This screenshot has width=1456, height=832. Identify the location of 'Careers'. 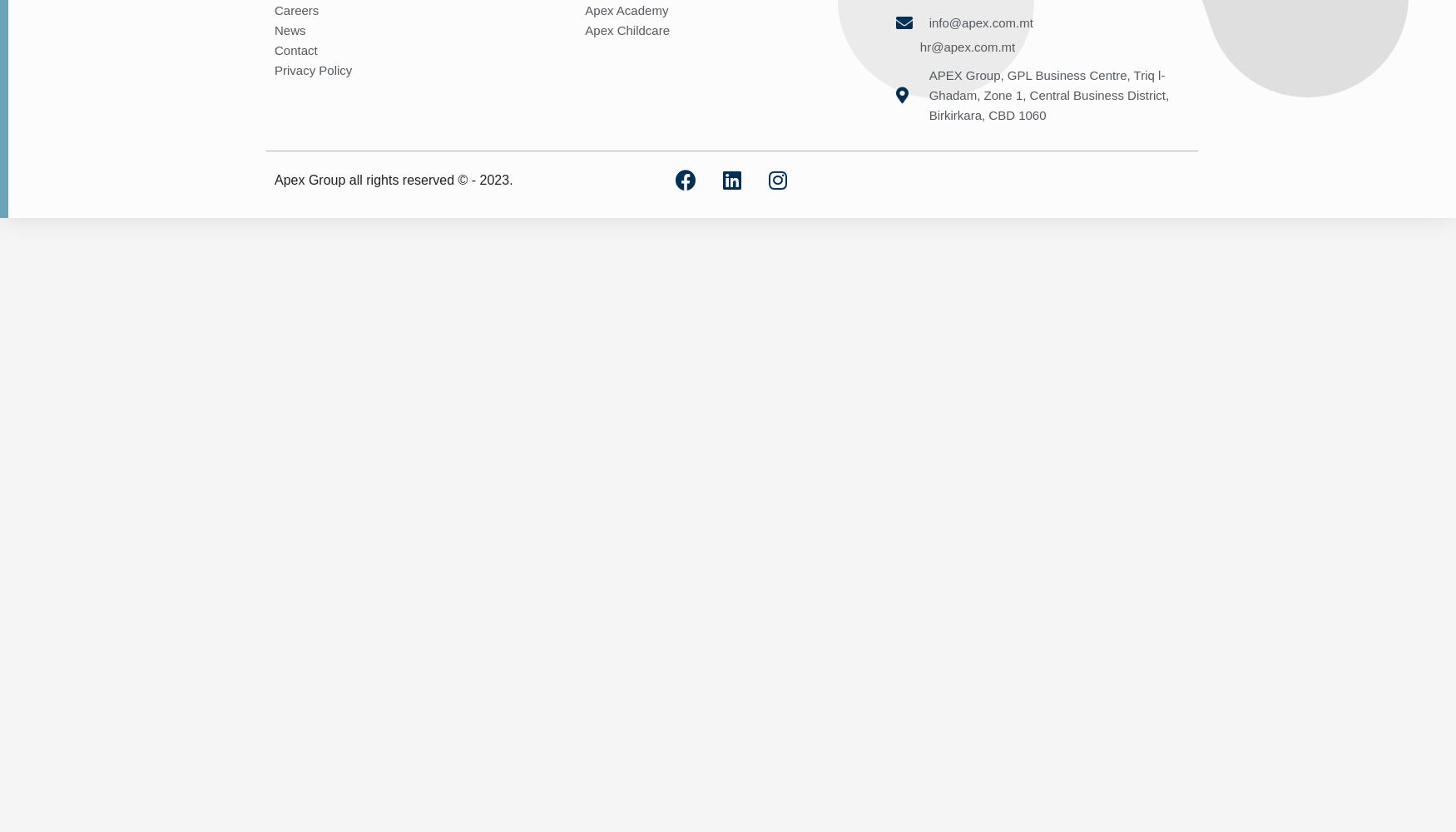
(296, 9).